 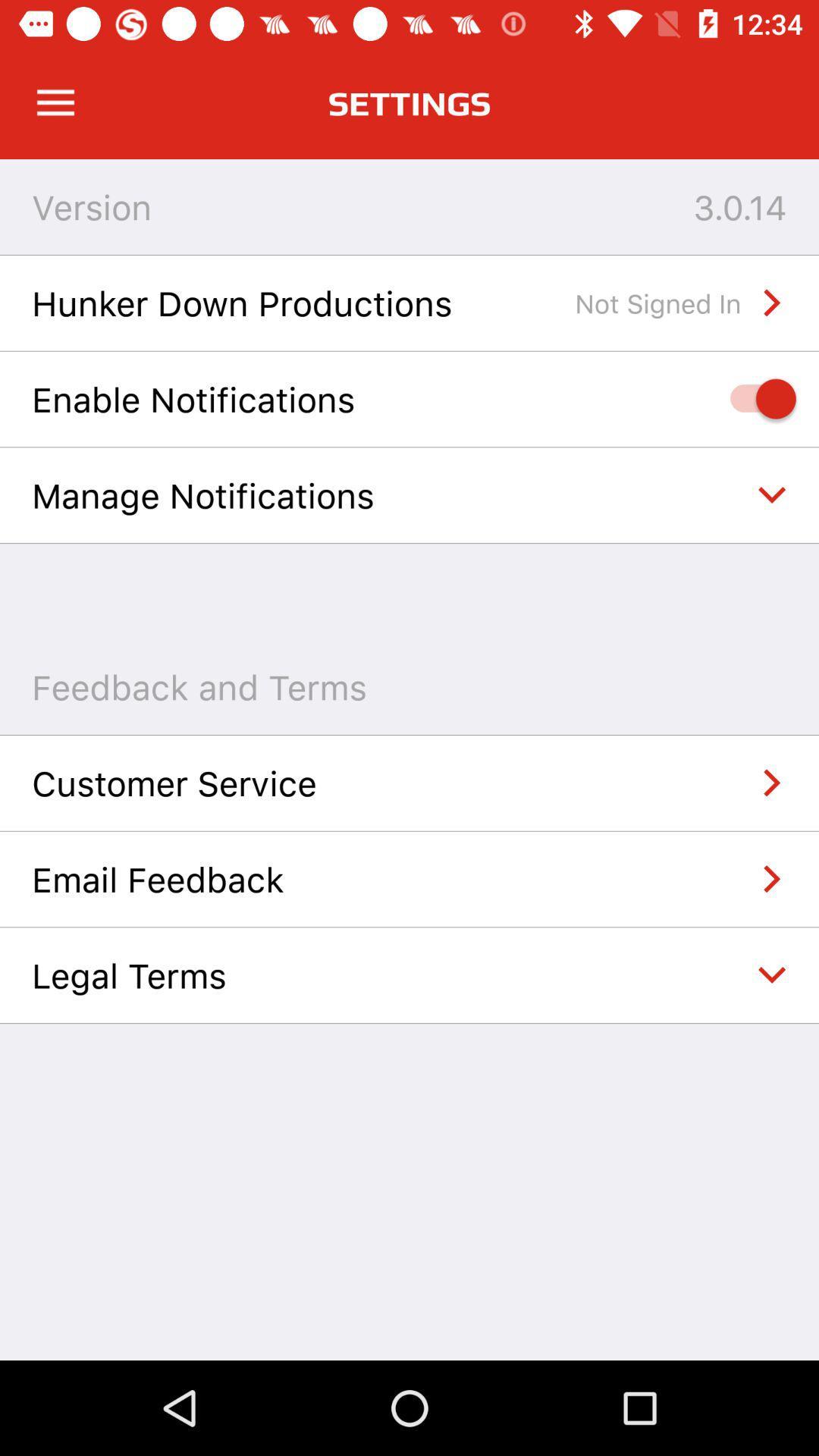 I want to click on open app menu, so click(x=55, y=102).